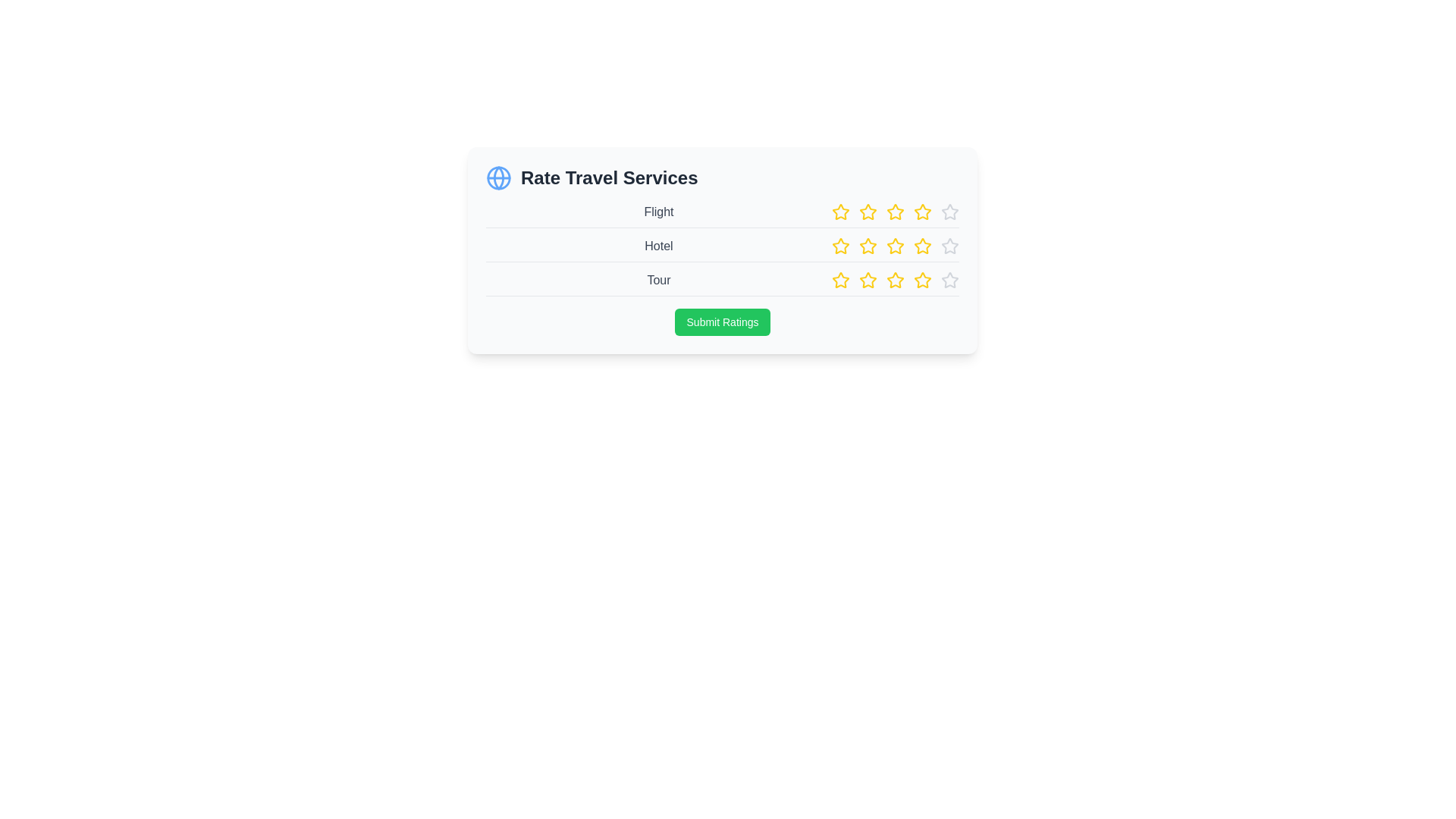 This screenshot has width=1456, height=819. What do you see at coordinates (895, 280) in the screenshot?
I see `the fourth star in the 'Tour' category rating interface to provide feedback` at bounding box center [895, 280].